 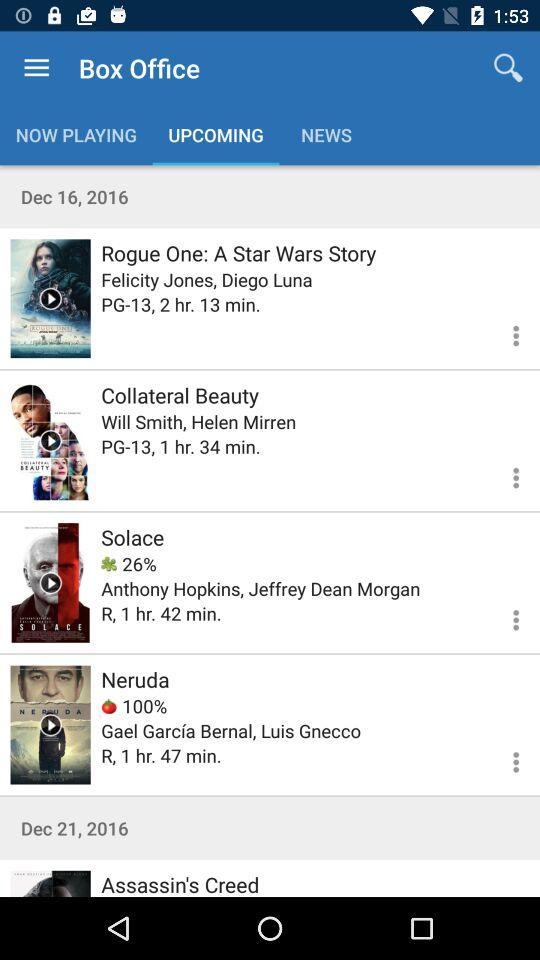 What do you see at coordinates (135, 679) in the screenshot?
I see `item above 100%` at bounding box center [135, 679].